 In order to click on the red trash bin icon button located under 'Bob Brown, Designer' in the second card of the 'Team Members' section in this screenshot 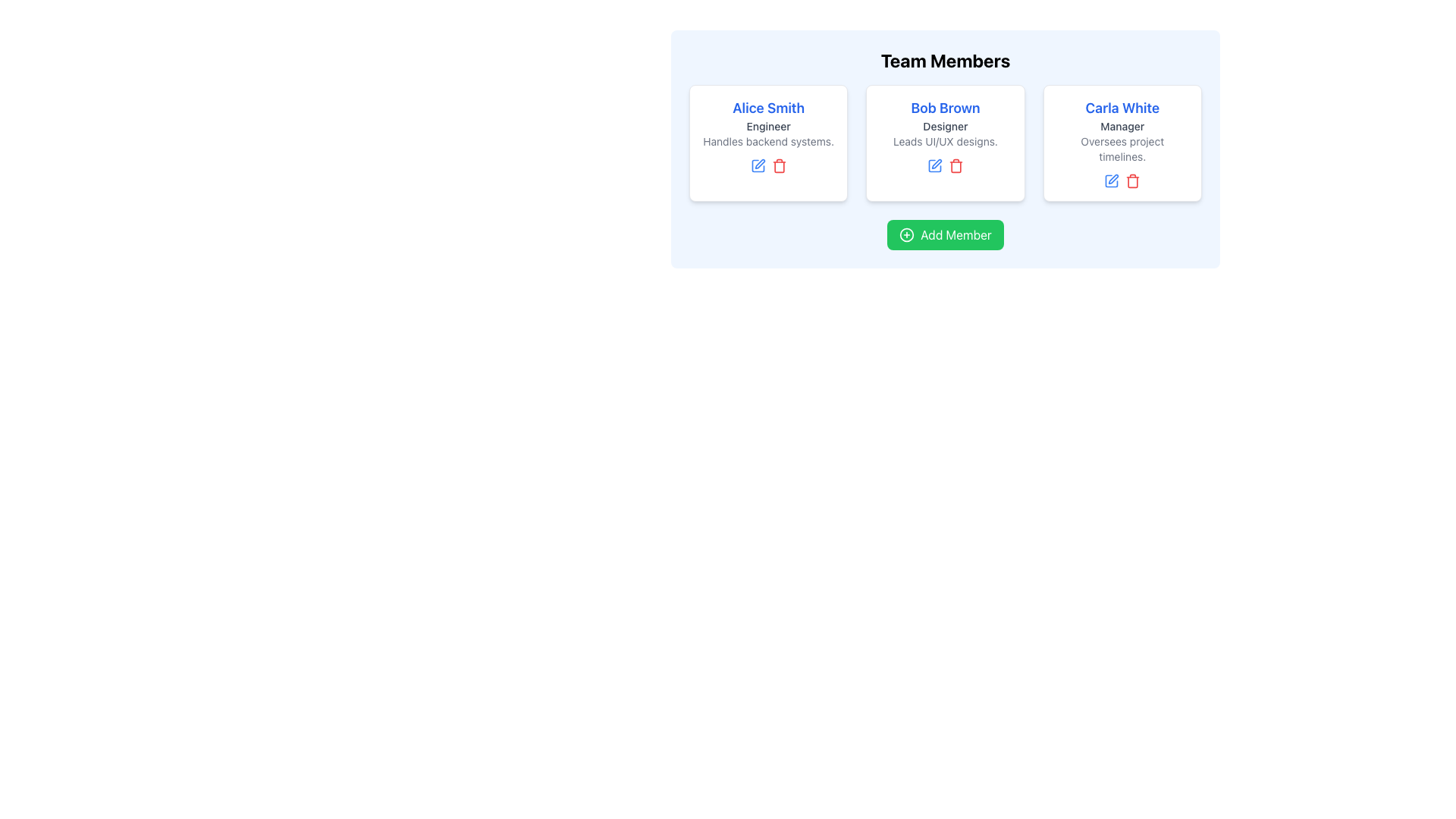, I will do `click(955, 166)`.